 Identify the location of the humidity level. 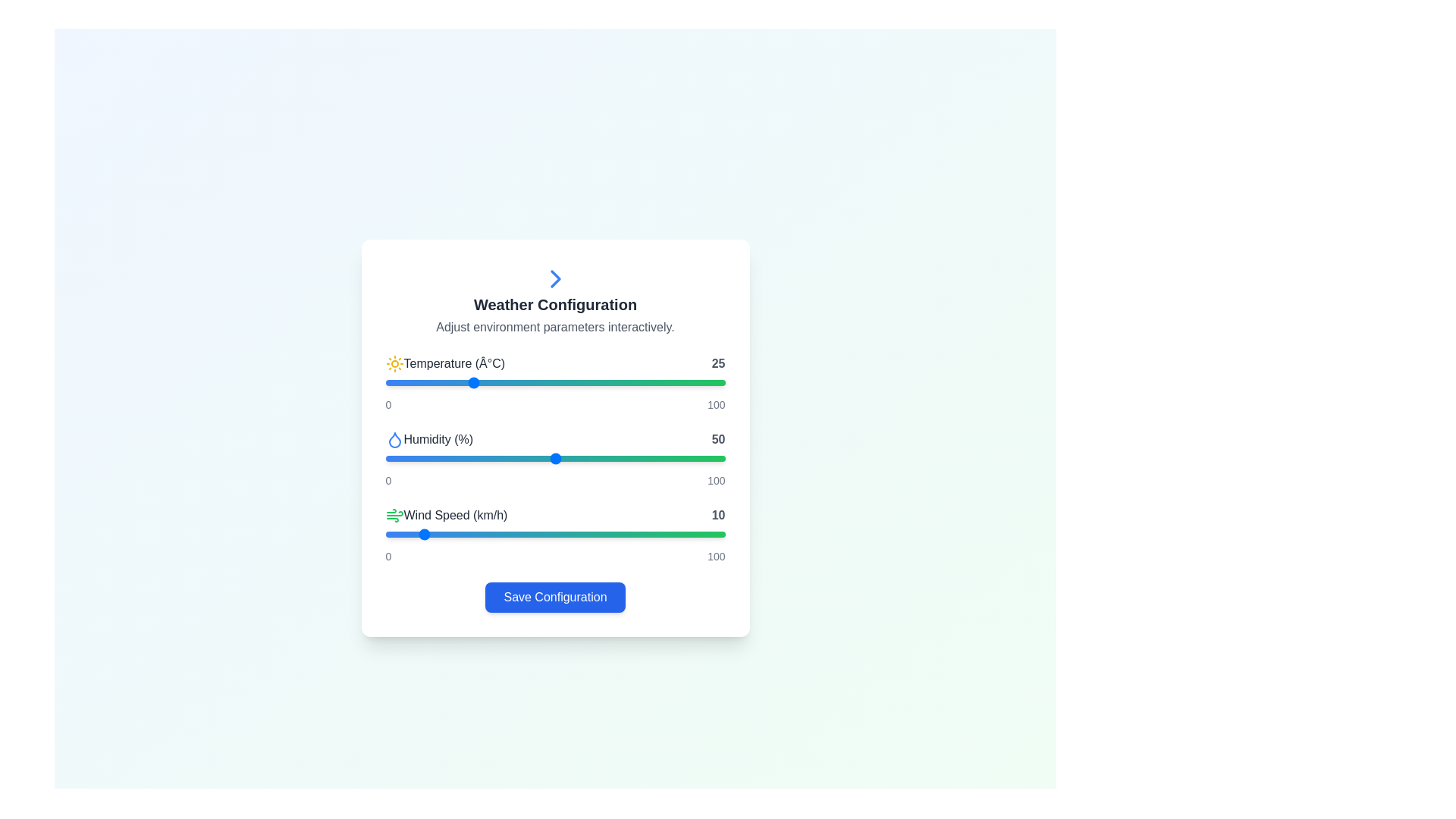
(402, 458).